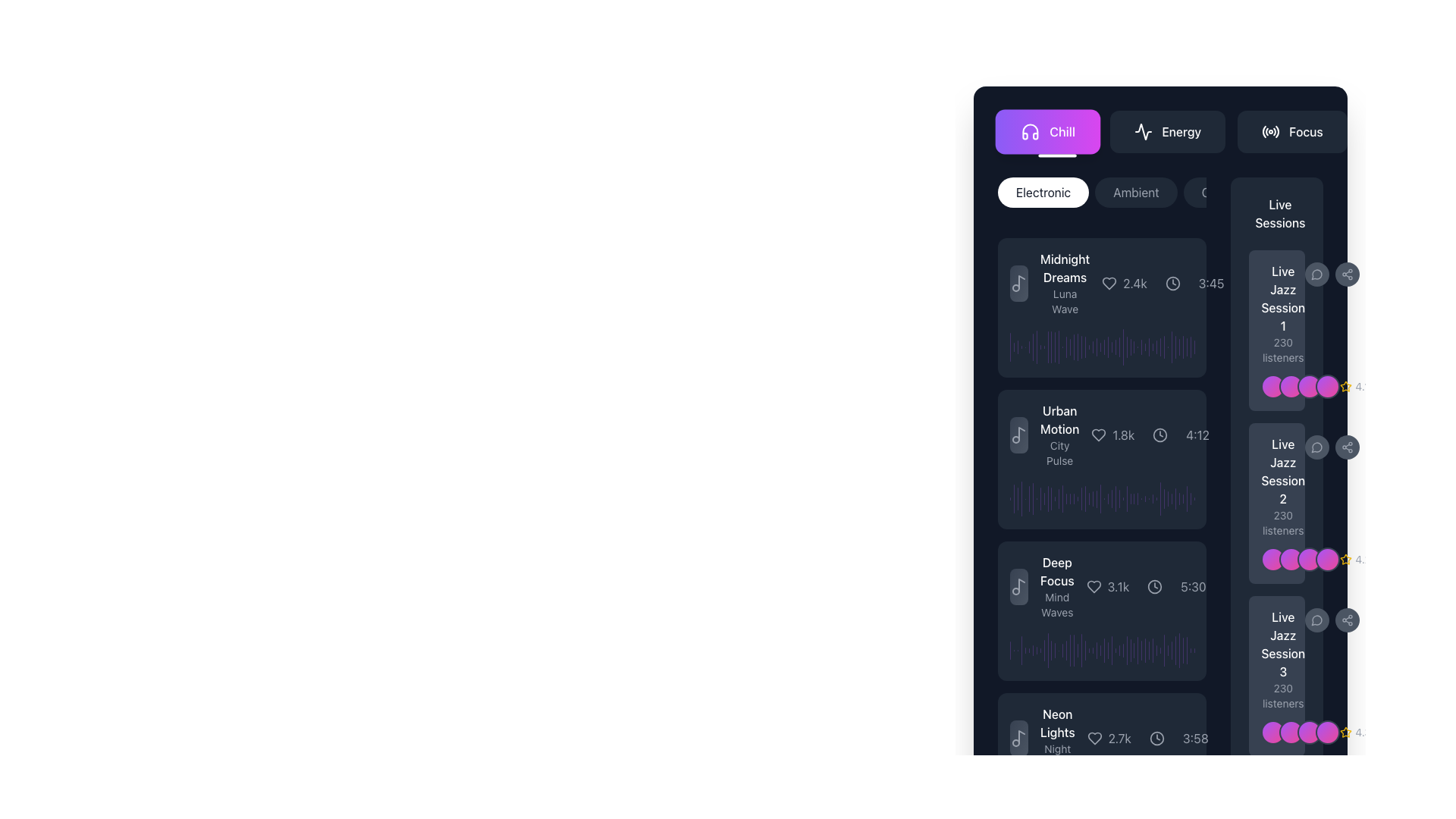 This screenshot has width=1456, height=819. I want to click on the decorative visuals or avatar indicators located below the 'Live Jazz Session 1' label and above the '230 listeners' text on the right-side panel of the interface, so click(1300, 385).